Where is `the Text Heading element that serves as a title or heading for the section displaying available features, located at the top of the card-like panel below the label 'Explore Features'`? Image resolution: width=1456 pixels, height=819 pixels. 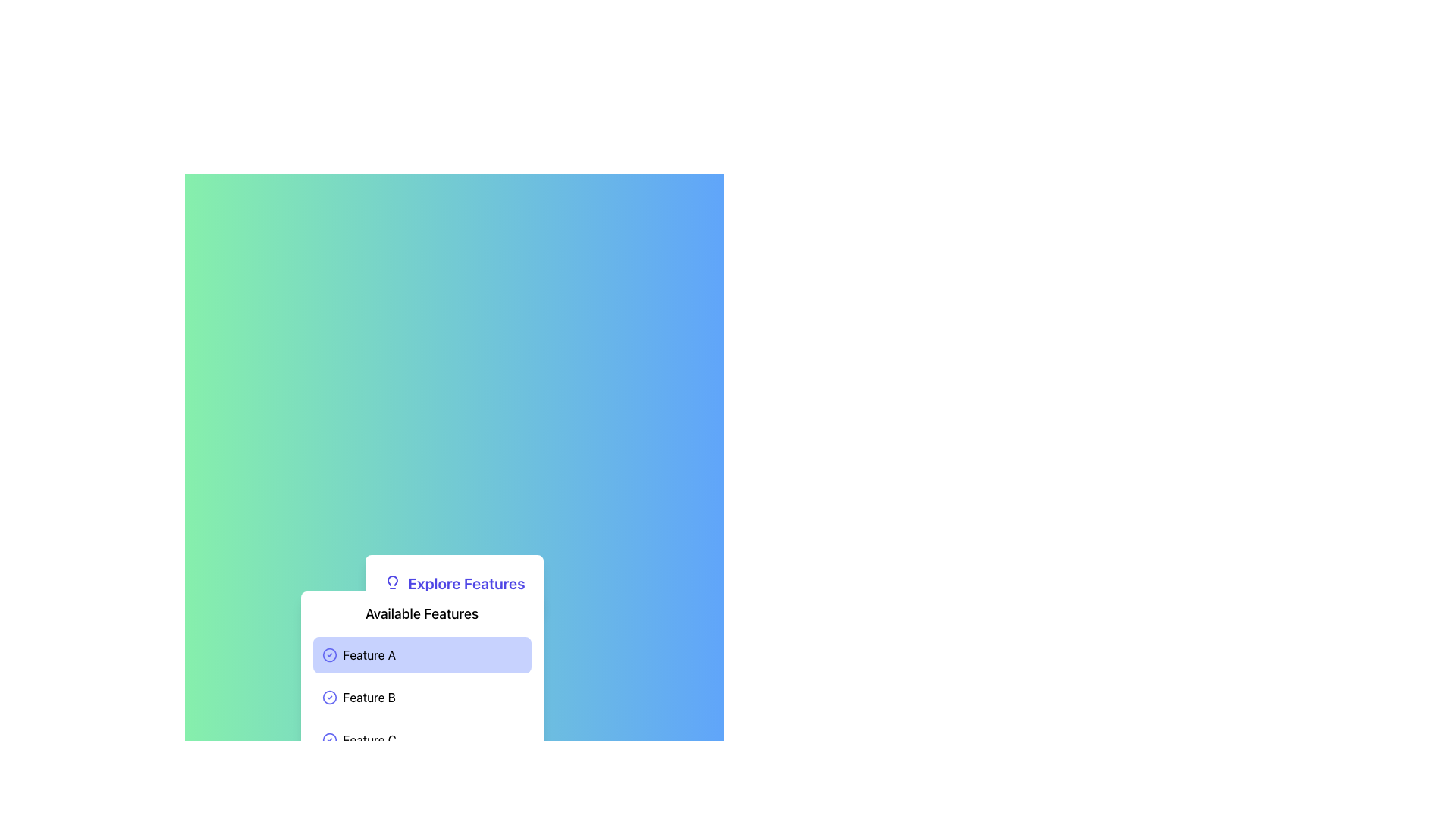
the Text Heading element that serves as a title or heading for the section displaying available features, located at the top of the card-like panel below the label 'Explore Features' is located at coordinates (422, 614).